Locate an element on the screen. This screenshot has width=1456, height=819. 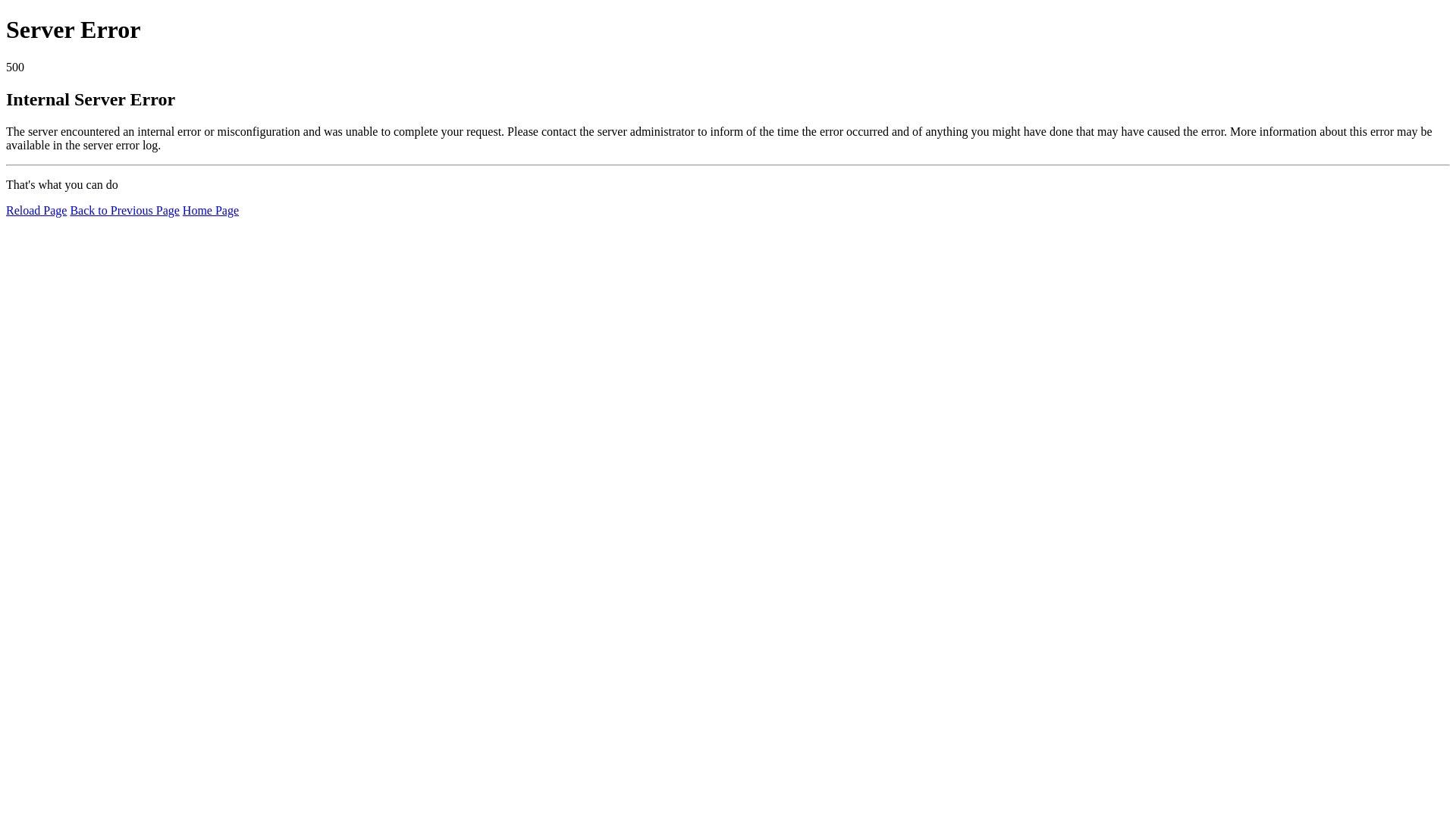
'Reload Page' is located at coordinates (36, 210).